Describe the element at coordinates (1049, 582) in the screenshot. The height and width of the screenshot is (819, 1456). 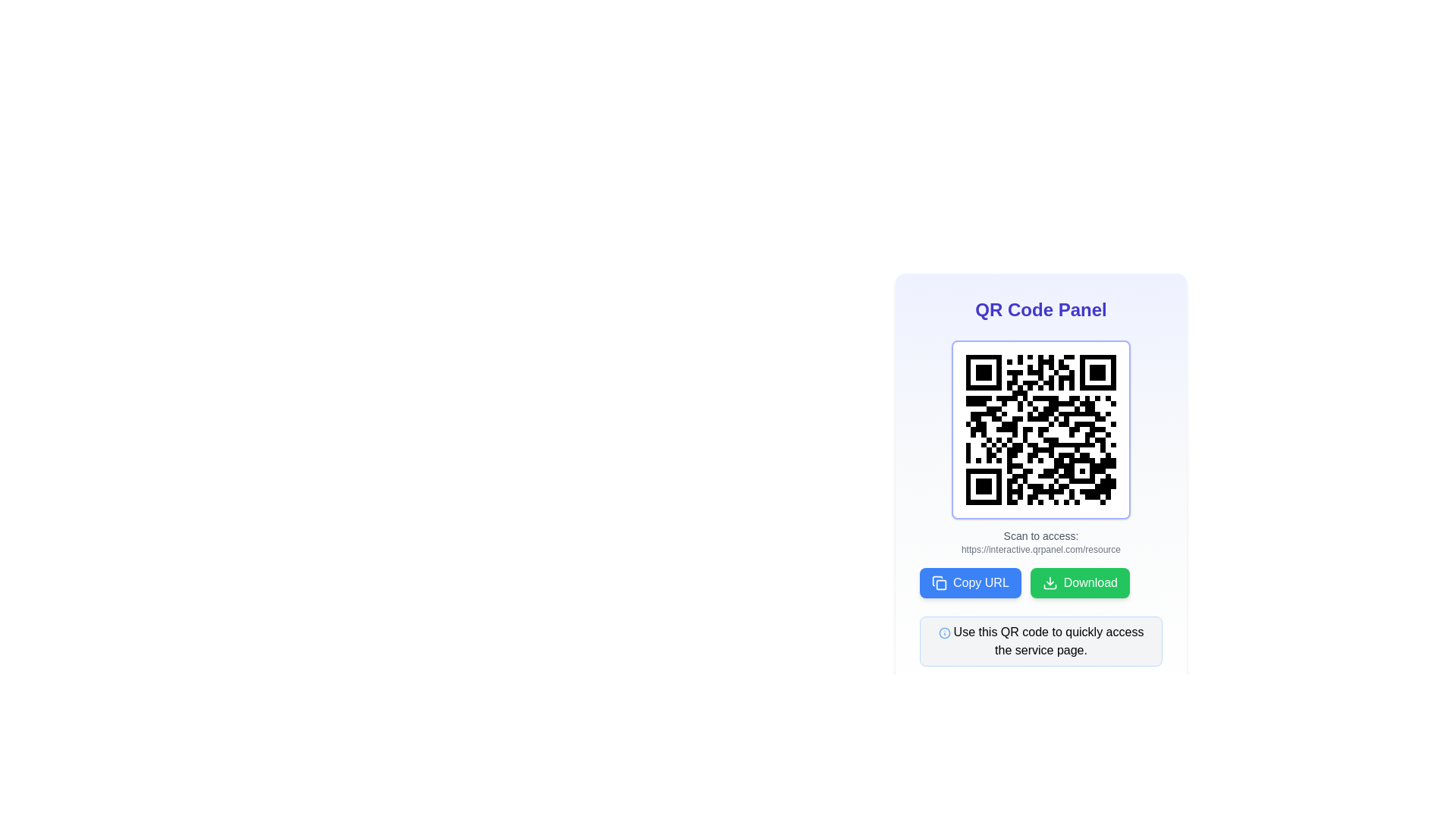
I see `the 'download' icon within the green rectangular 'Download' button located at the lower right part of the interface` at that location.